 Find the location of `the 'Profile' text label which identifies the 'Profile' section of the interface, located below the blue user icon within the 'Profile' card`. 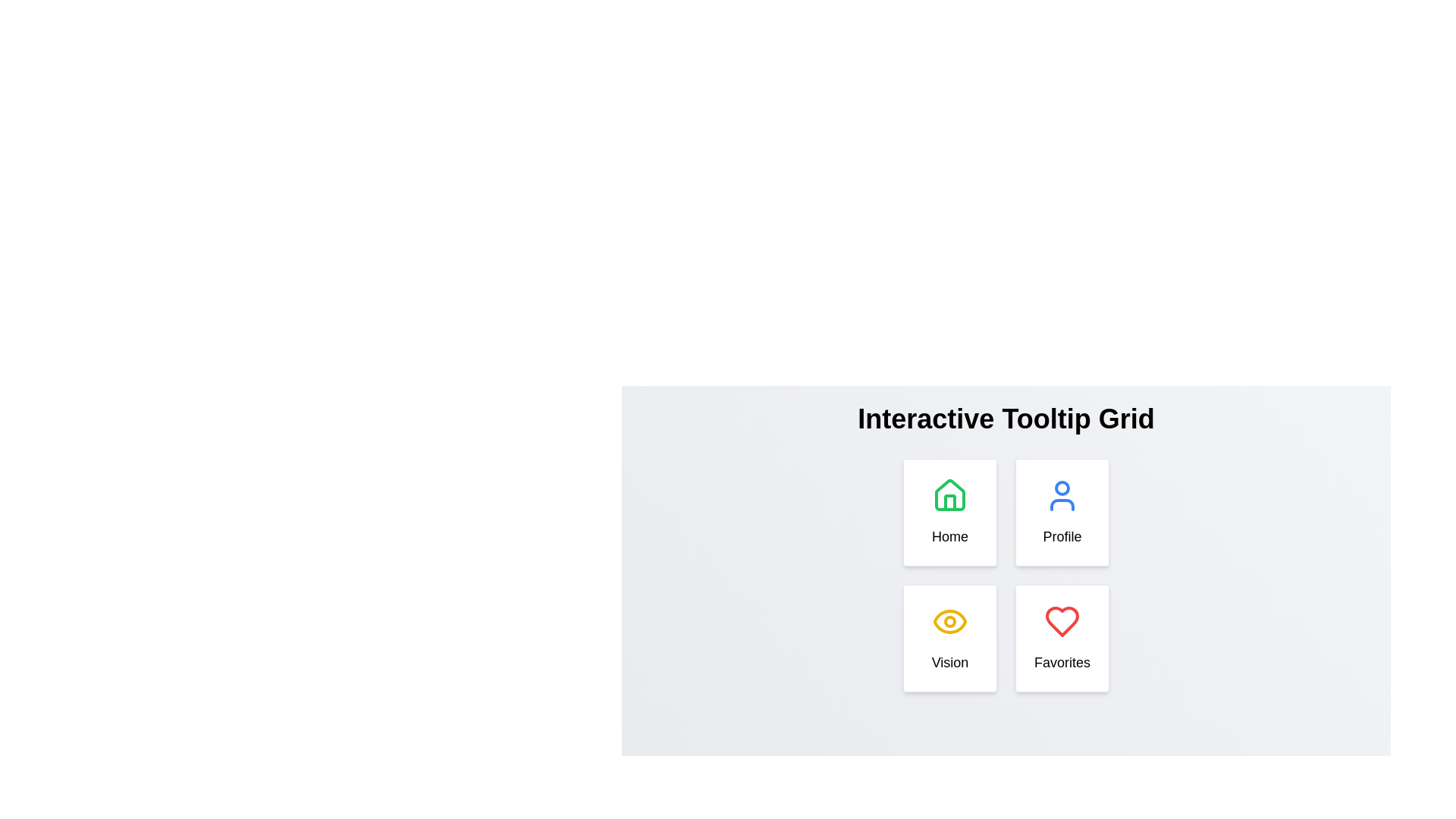

the 'Profile' text label which identifies the 'Profile' section of the interface, located below the blue user icon within the 'Profile' card is located at coordinates (1062, 536).